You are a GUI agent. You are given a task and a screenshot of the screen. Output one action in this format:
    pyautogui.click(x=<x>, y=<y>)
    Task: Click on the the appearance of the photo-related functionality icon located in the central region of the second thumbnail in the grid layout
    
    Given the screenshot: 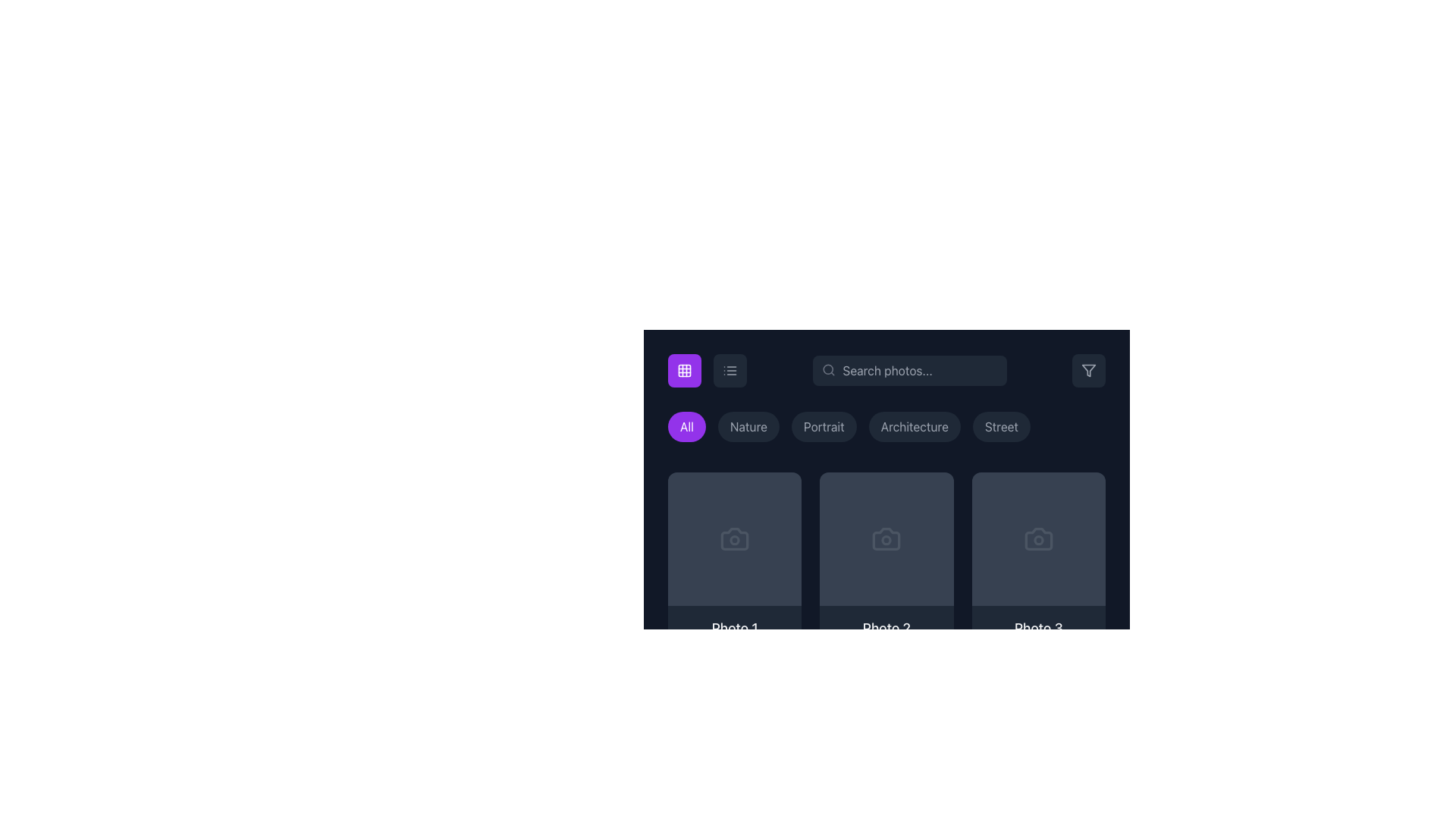 What is the action you would take?
    pyautogui.click(x=886, y=538)
    